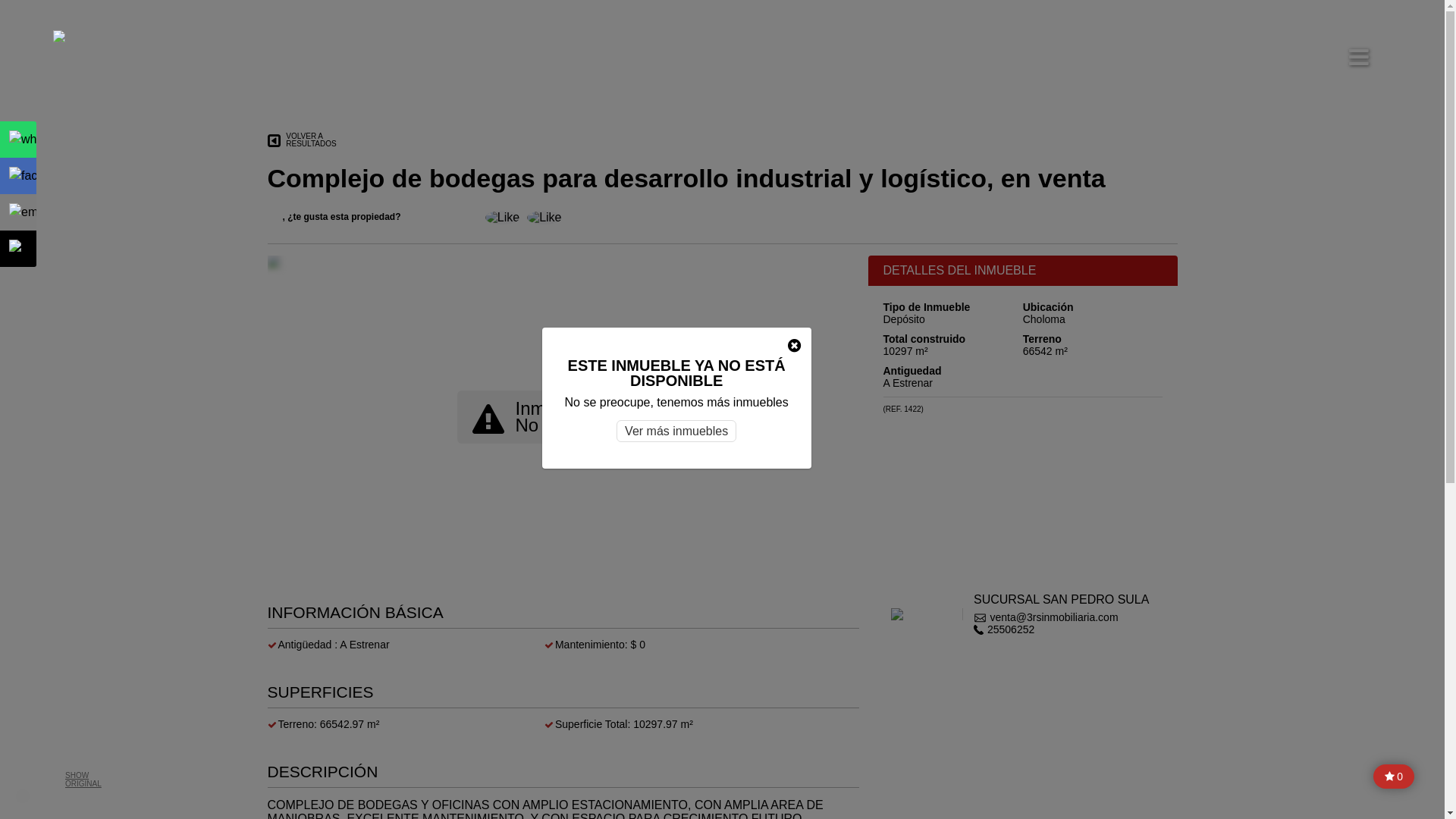  Describe the element at coordinates (1373, 776) in the screenshot. I see `'0'` at that location.